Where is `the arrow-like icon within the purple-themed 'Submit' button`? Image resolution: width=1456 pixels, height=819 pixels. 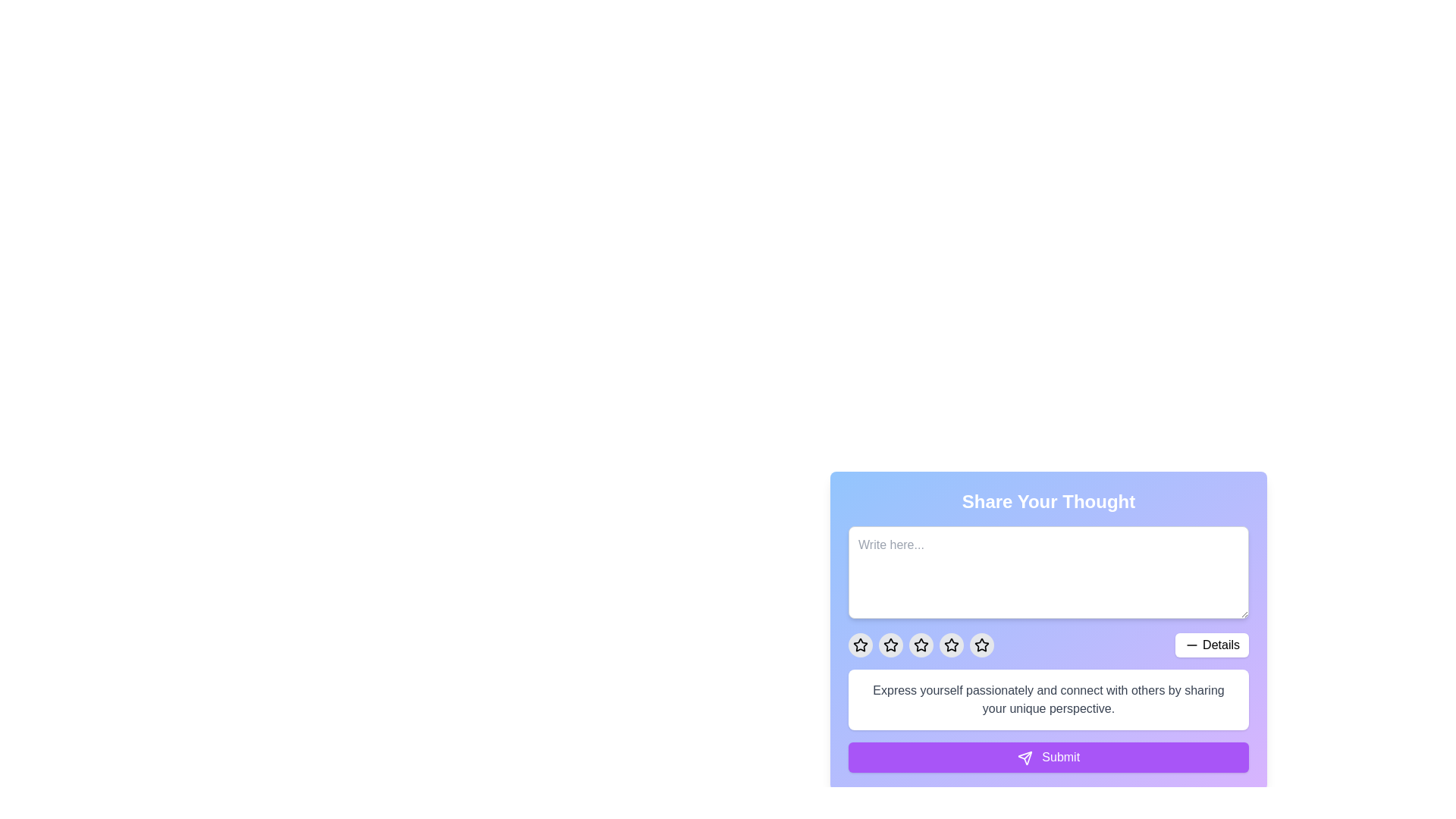 the arrow-like icon within the purple-themed 'Submit' button is located at coordinates (1025, 758).